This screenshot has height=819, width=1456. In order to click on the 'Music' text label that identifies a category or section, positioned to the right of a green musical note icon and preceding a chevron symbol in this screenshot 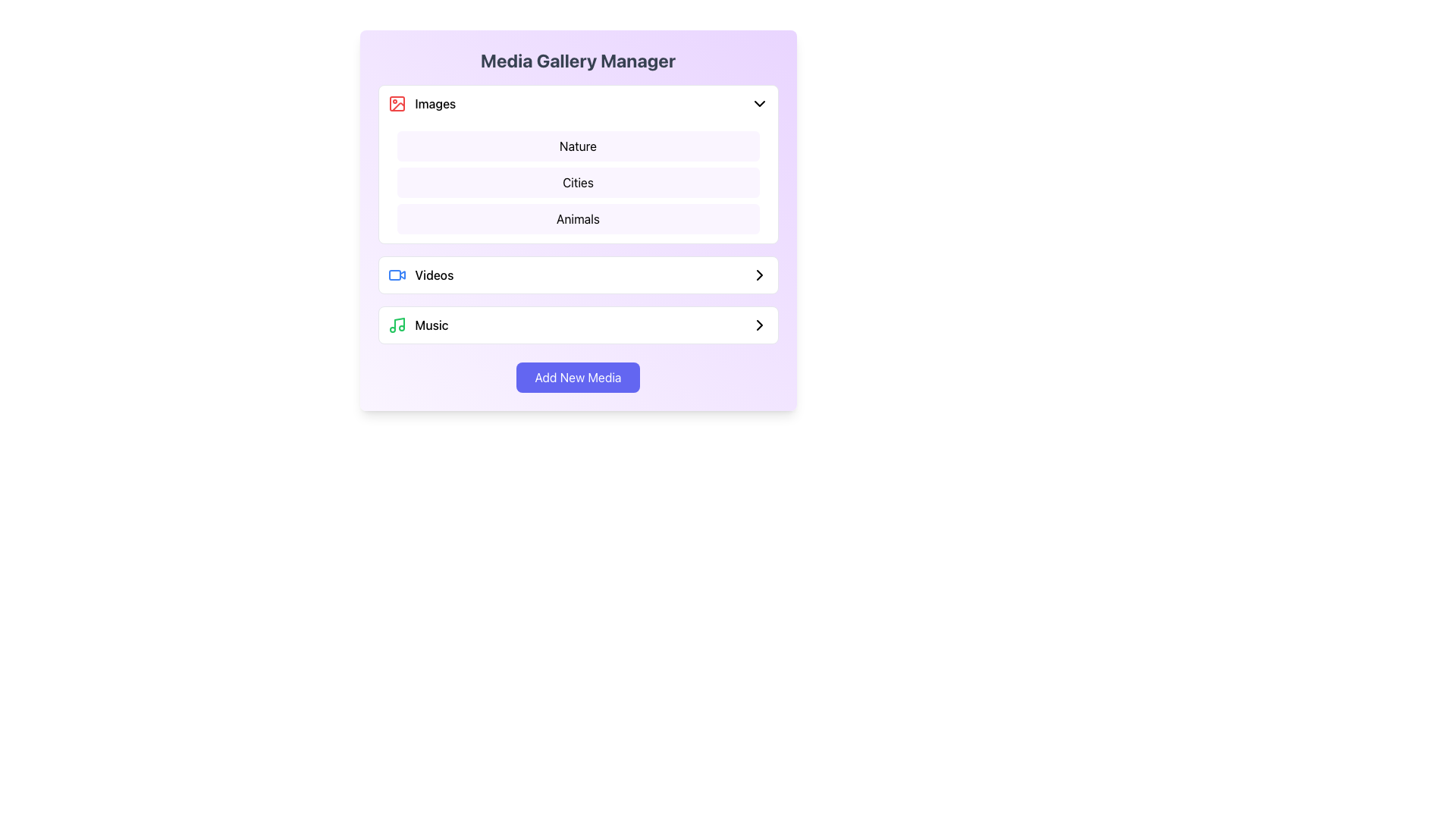, I will do `click(418, 324)`.